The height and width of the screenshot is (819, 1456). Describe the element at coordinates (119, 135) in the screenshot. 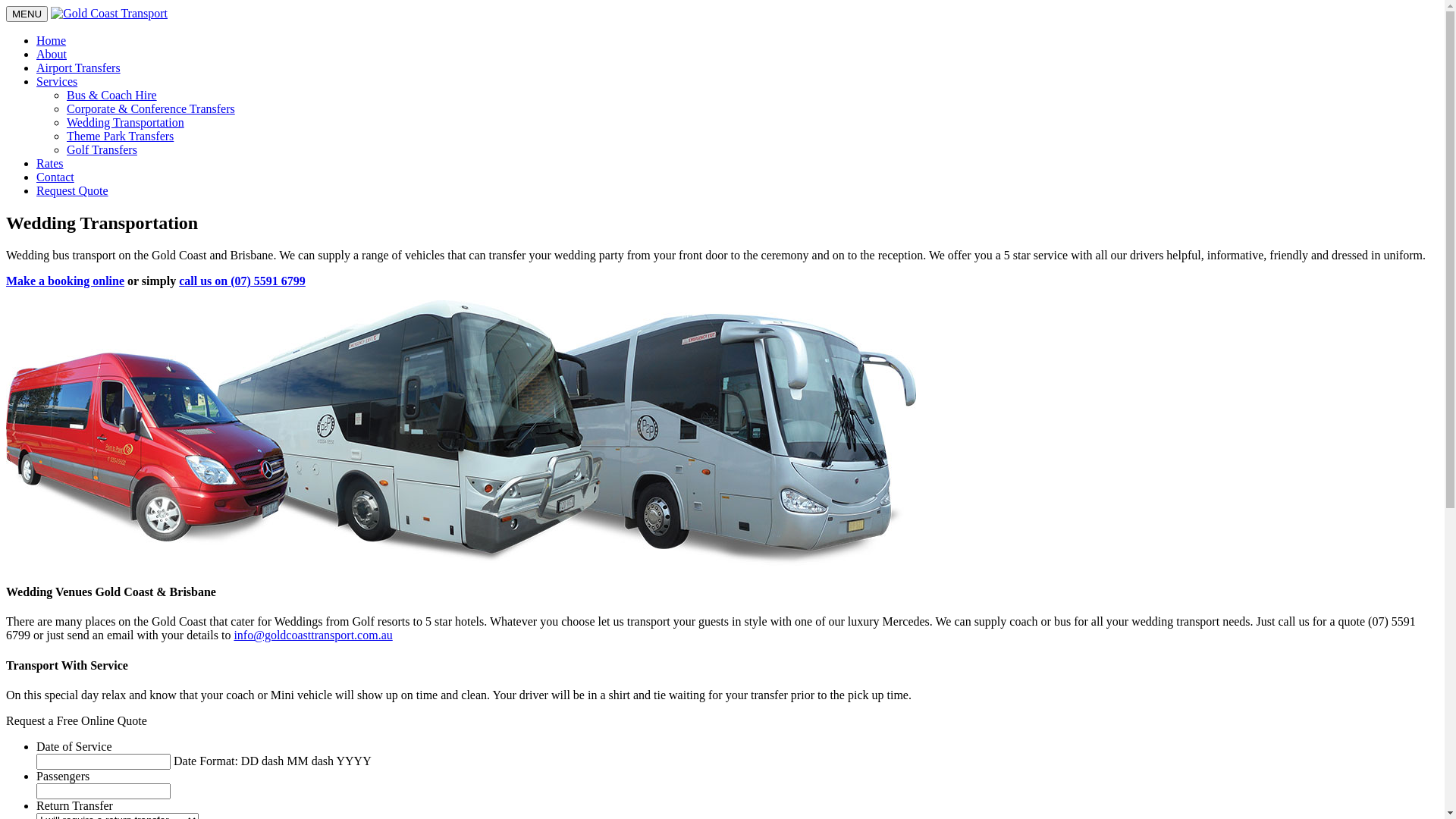

I see `'Theme Park Transfers'` at that location.